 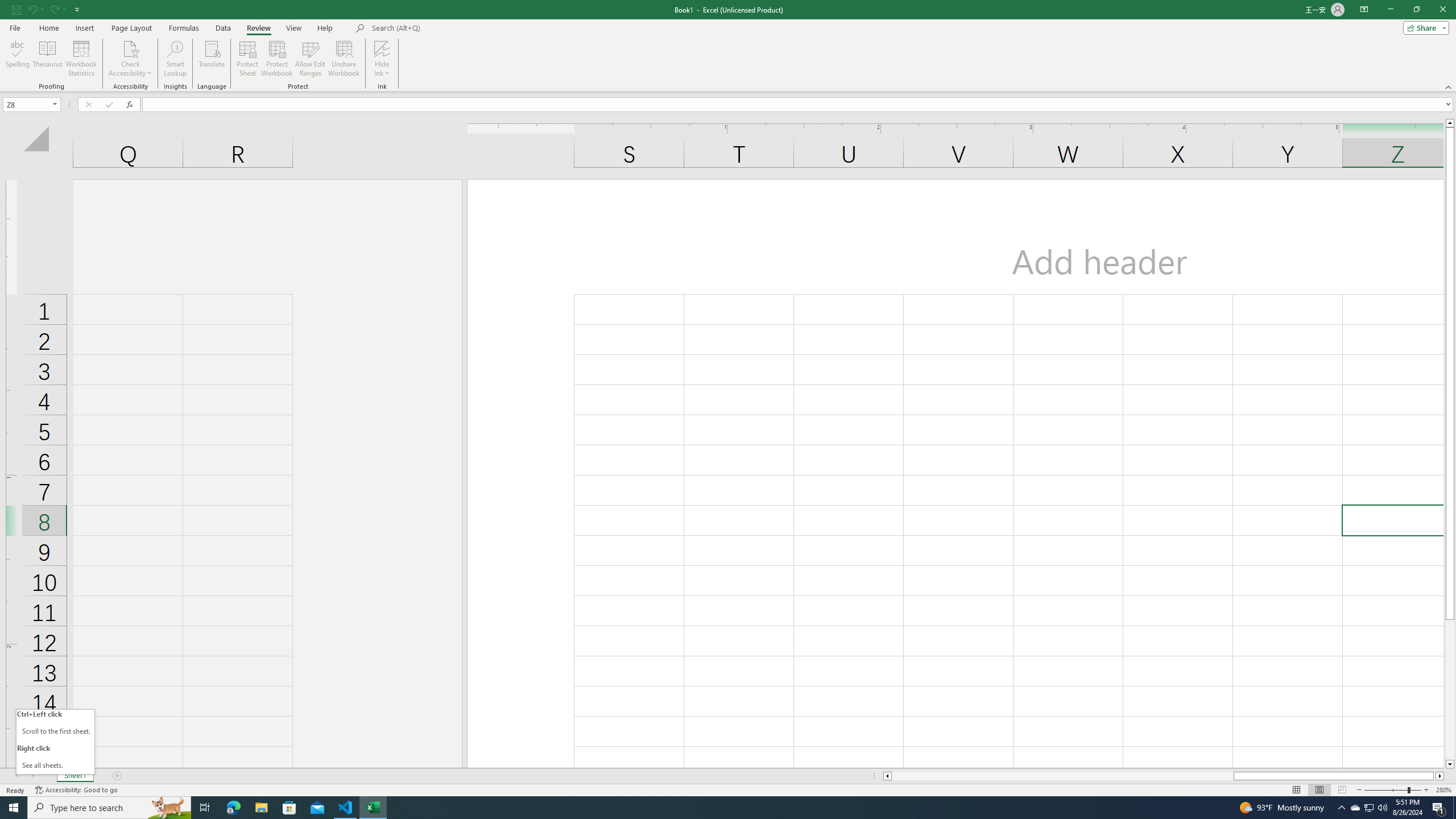 What do you see at coordinates (16, 59) in the screenshot?
I see `'Spelling...'` at bounding box center [16, 59].